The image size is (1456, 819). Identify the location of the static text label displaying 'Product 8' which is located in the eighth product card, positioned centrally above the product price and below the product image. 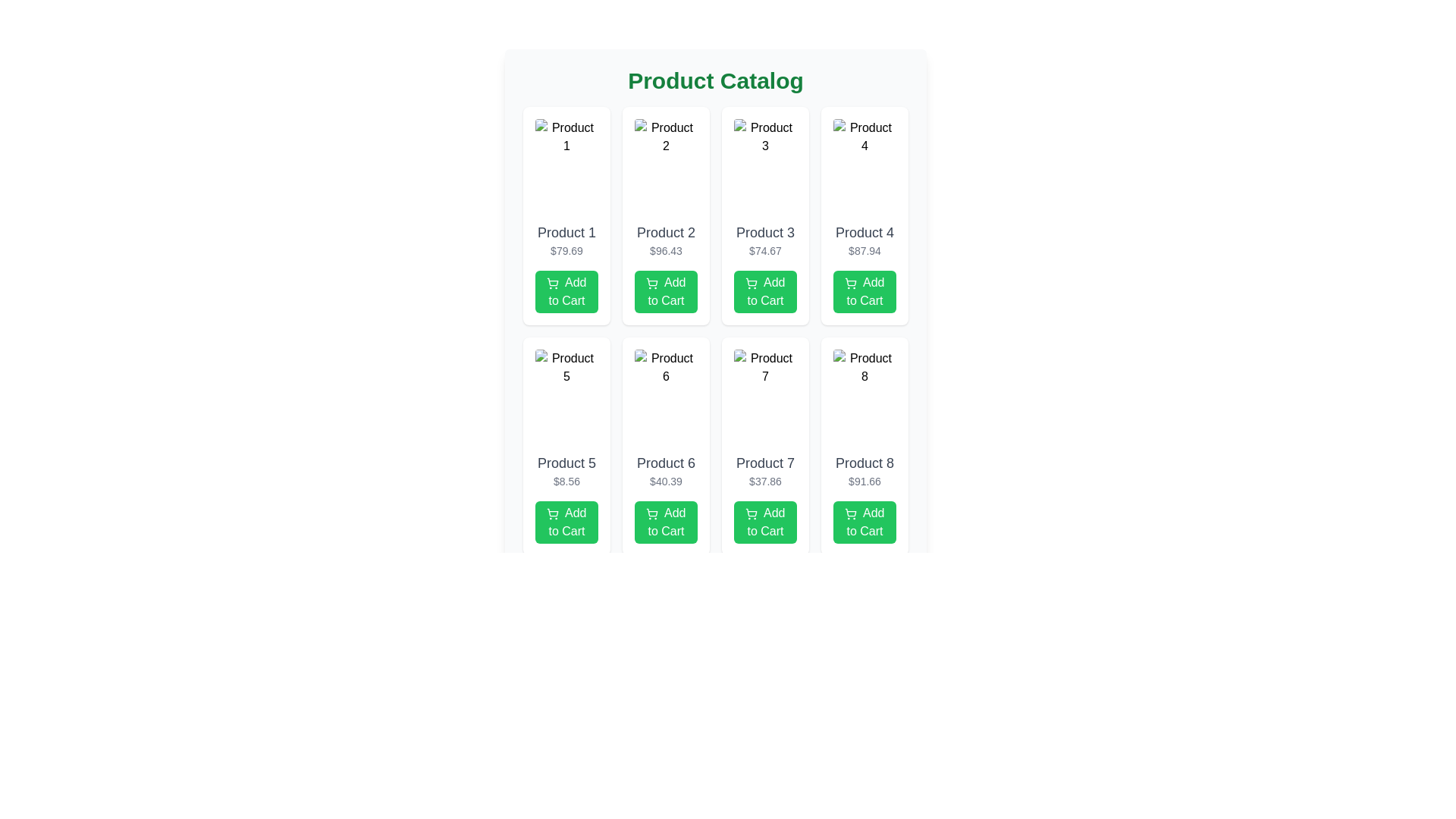
(864, 462).